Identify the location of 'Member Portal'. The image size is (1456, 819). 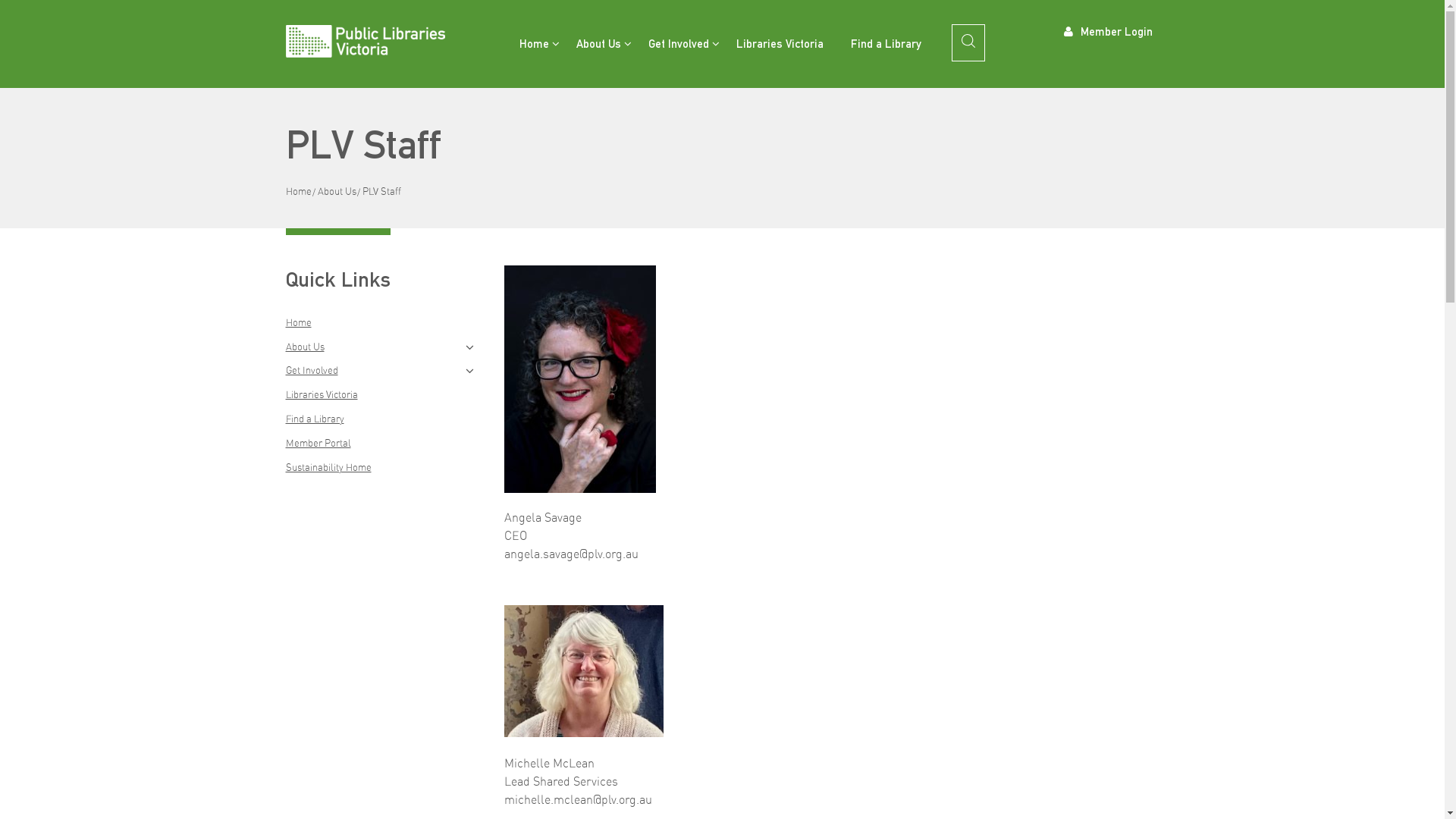
(316, 442).